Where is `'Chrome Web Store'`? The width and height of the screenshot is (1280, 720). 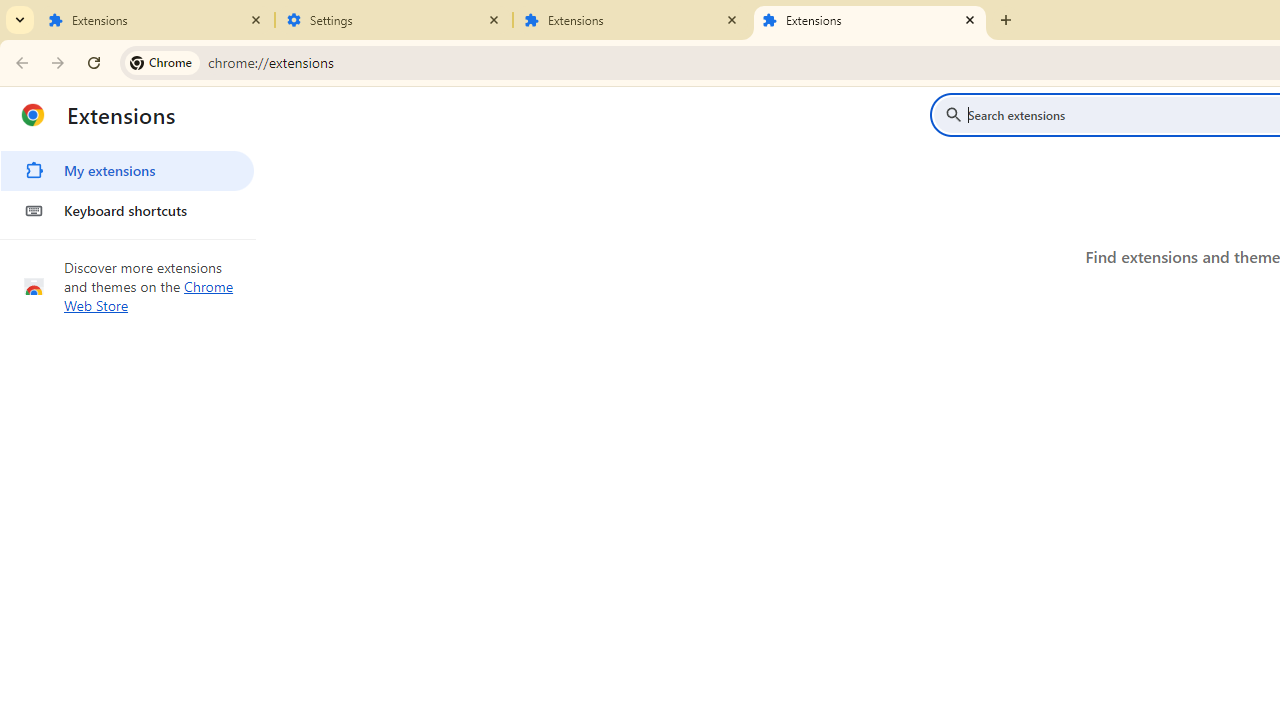
'Chrome Web Store' is located at coordinates (148, 296).